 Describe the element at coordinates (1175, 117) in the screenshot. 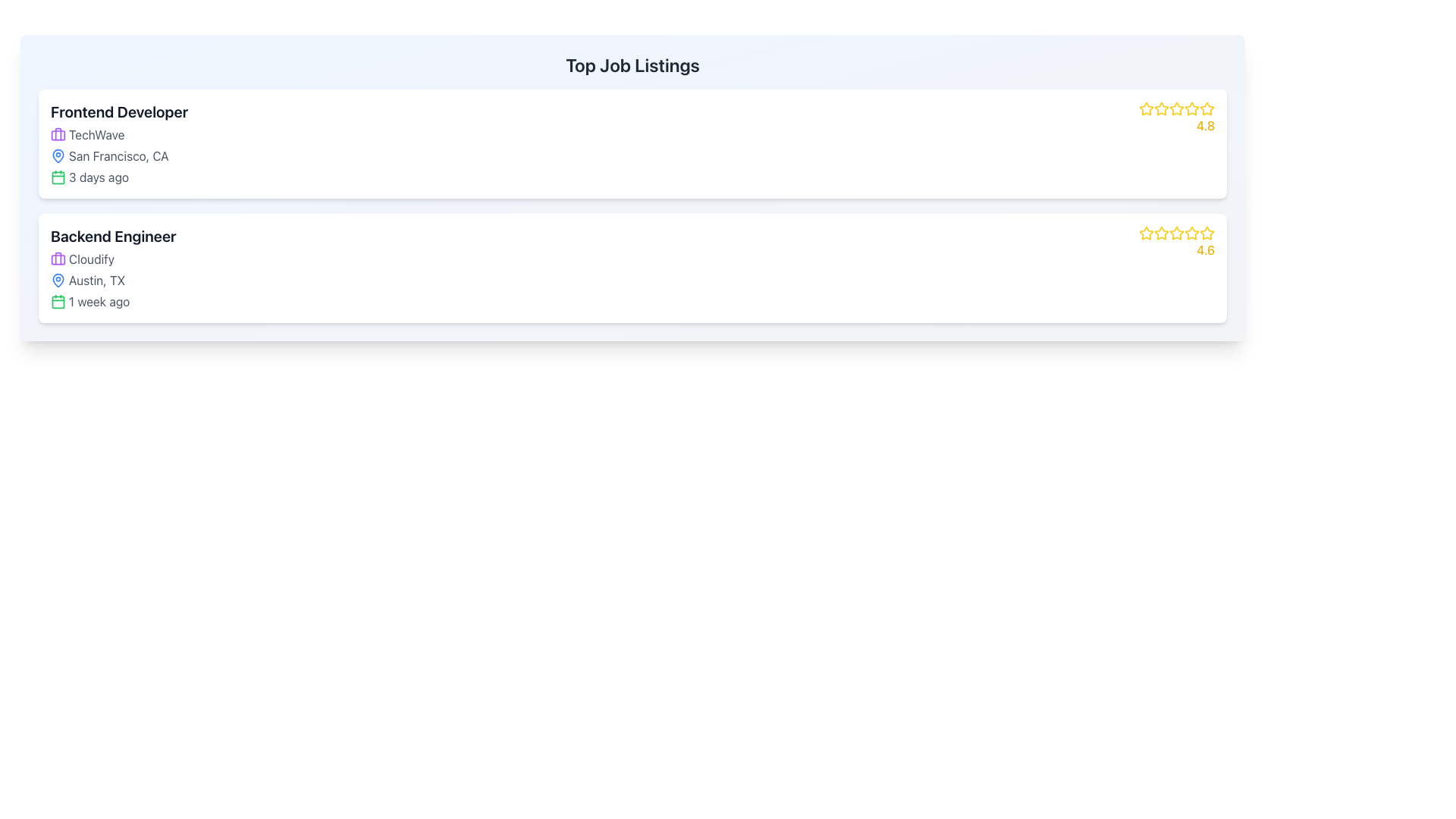

I see `the rating display element located in the top-right corner of the item card for the 'Frontend Developer' position` at that location.